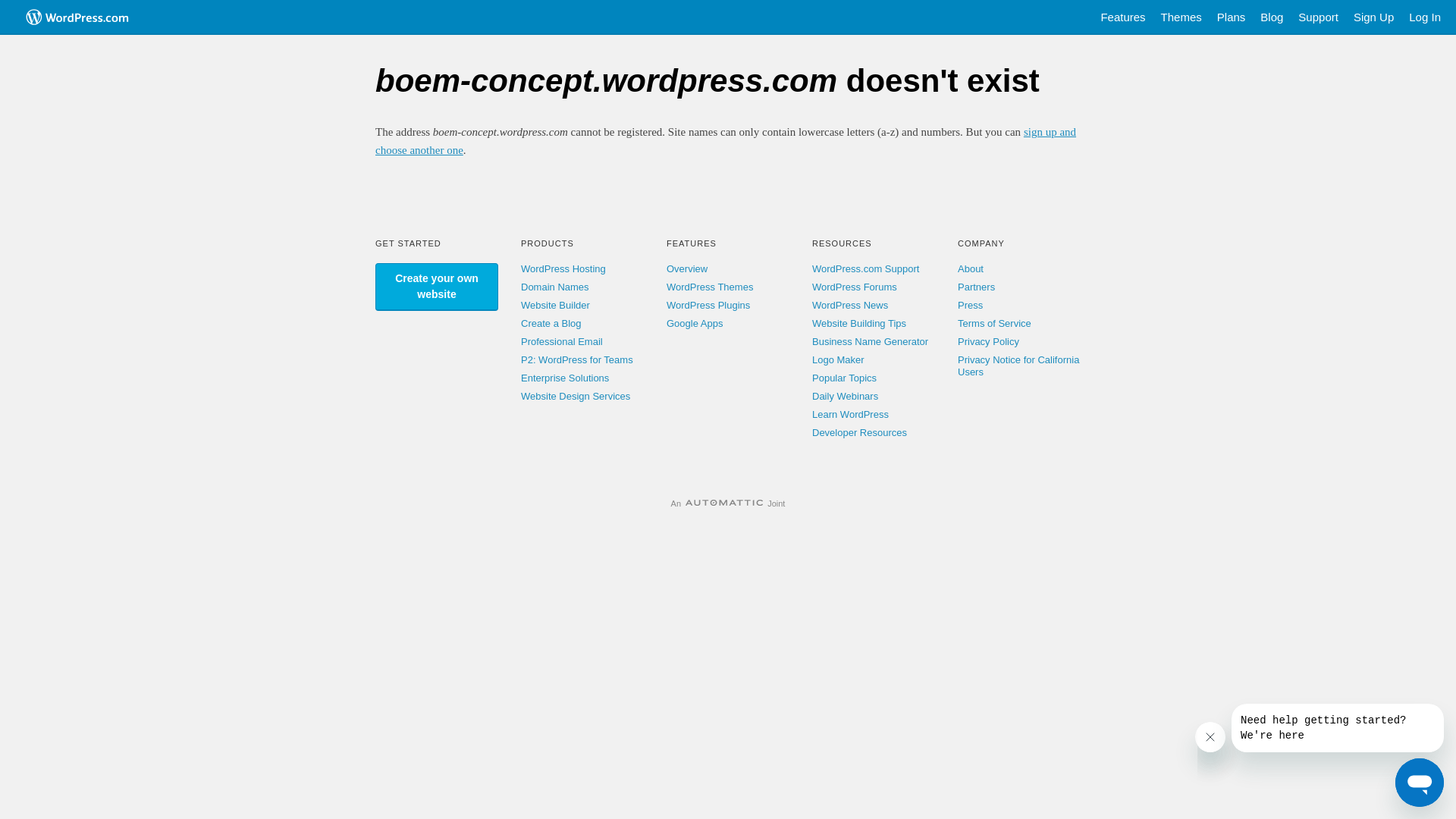 This screenshot has width=1456, height=819. I want to click on 'Logo Maker', so click(837, 359).